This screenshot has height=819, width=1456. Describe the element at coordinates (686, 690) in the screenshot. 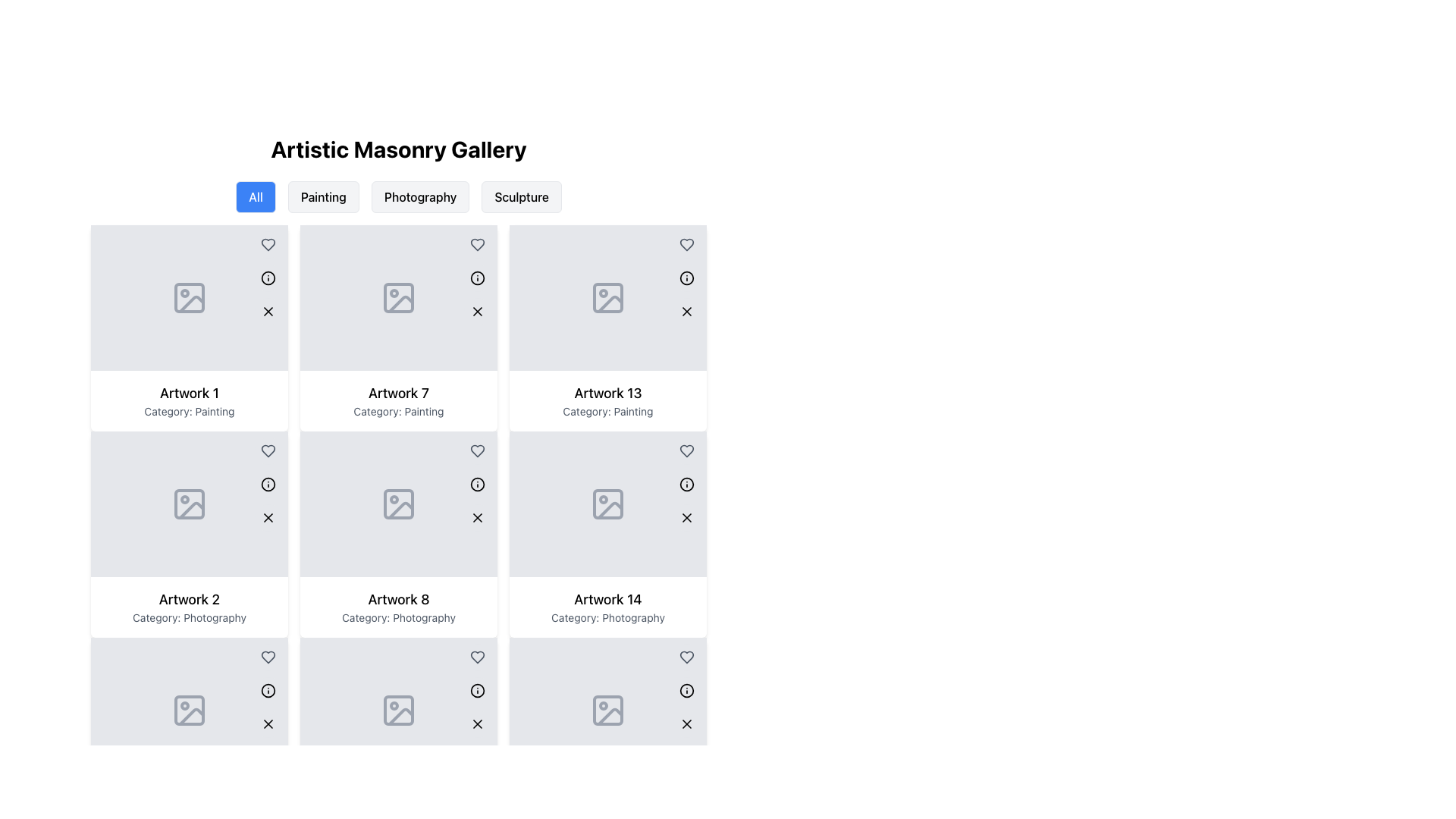

I see `the SVG Circle Element located` at that location.